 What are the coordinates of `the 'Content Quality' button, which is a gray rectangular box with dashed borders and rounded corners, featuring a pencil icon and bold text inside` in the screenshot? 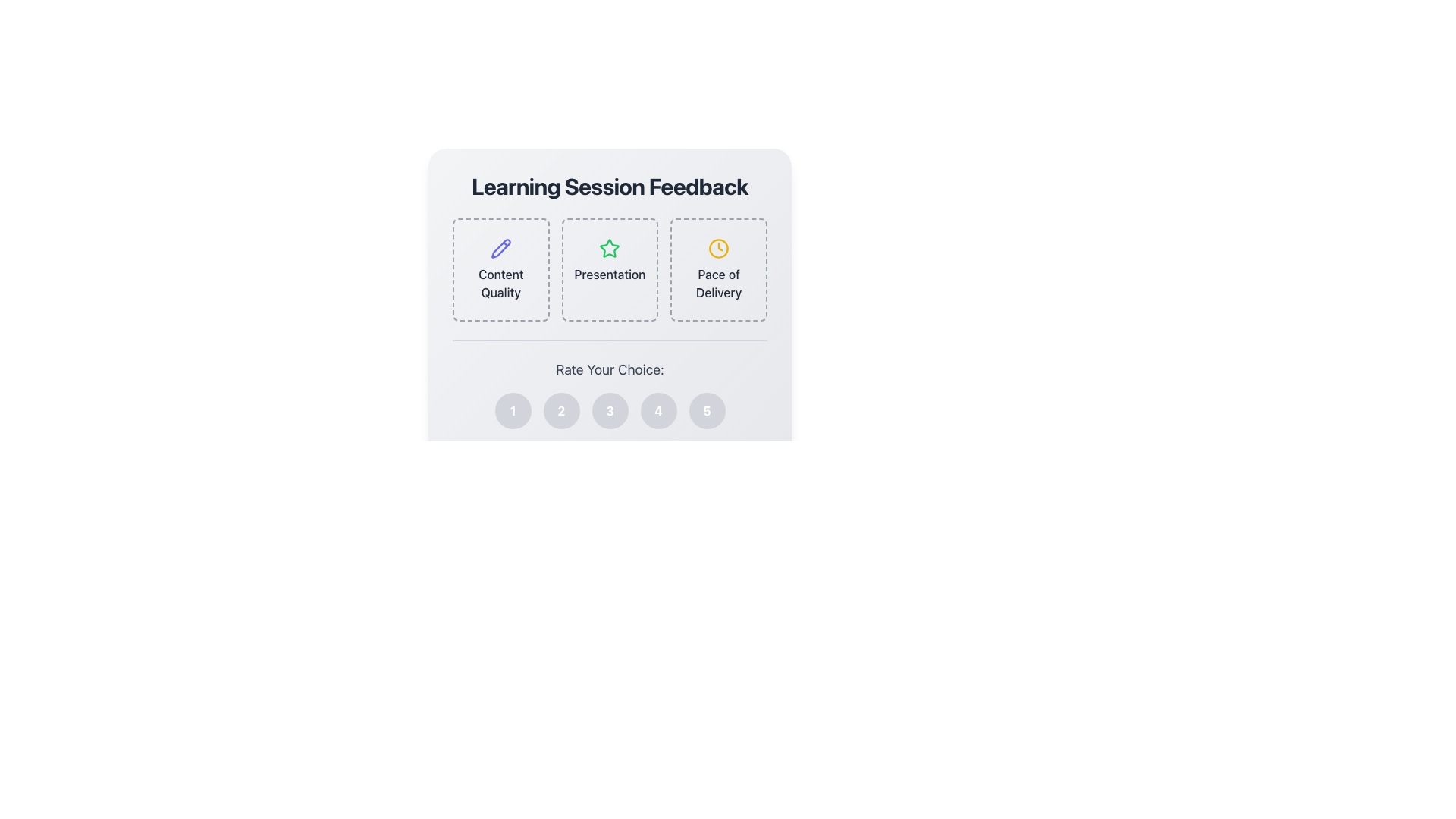 It's located at (500, 268).